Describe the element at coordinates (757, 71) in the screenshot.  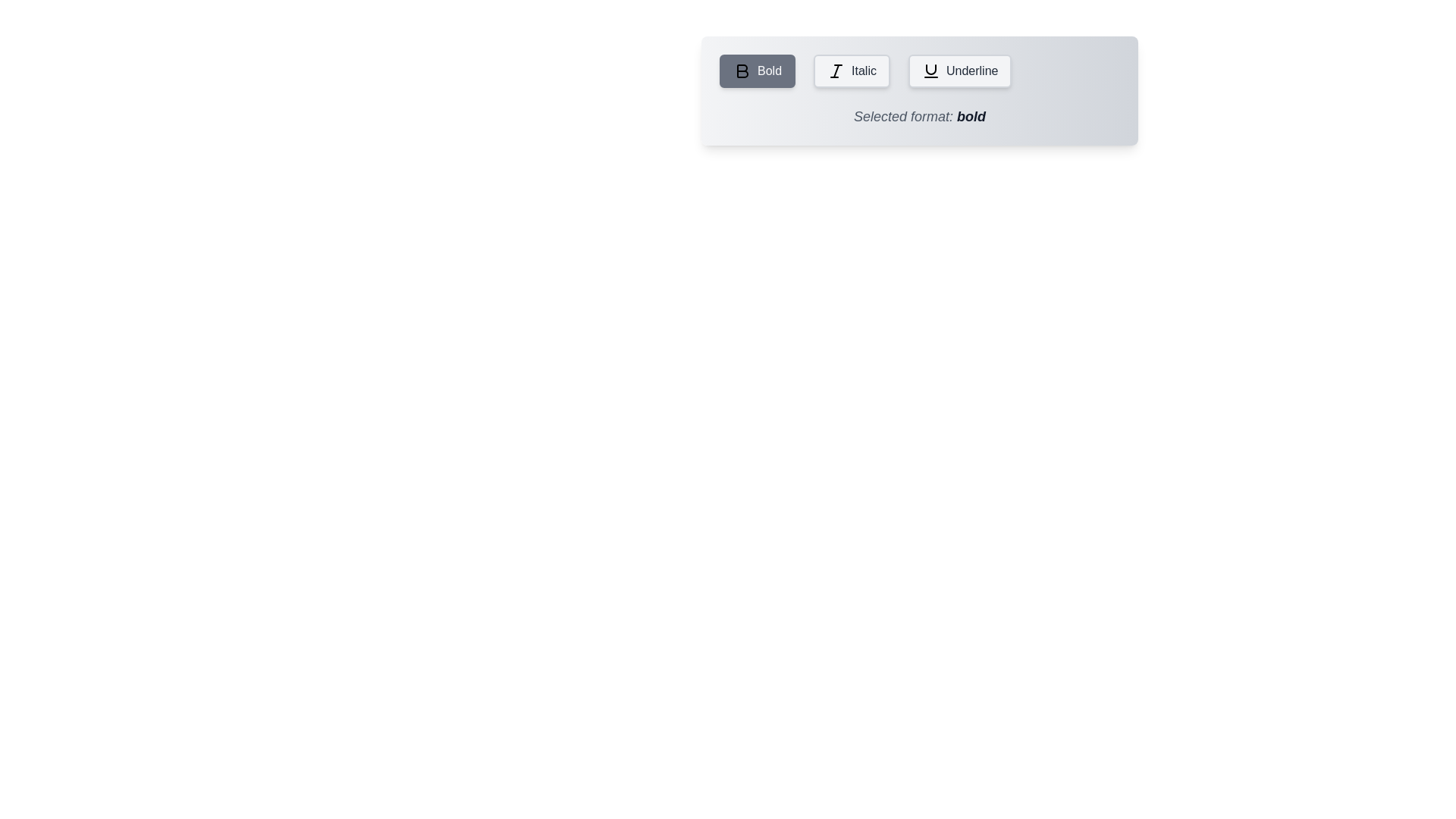
I see `the Bold button to see its hover animation` at that location.